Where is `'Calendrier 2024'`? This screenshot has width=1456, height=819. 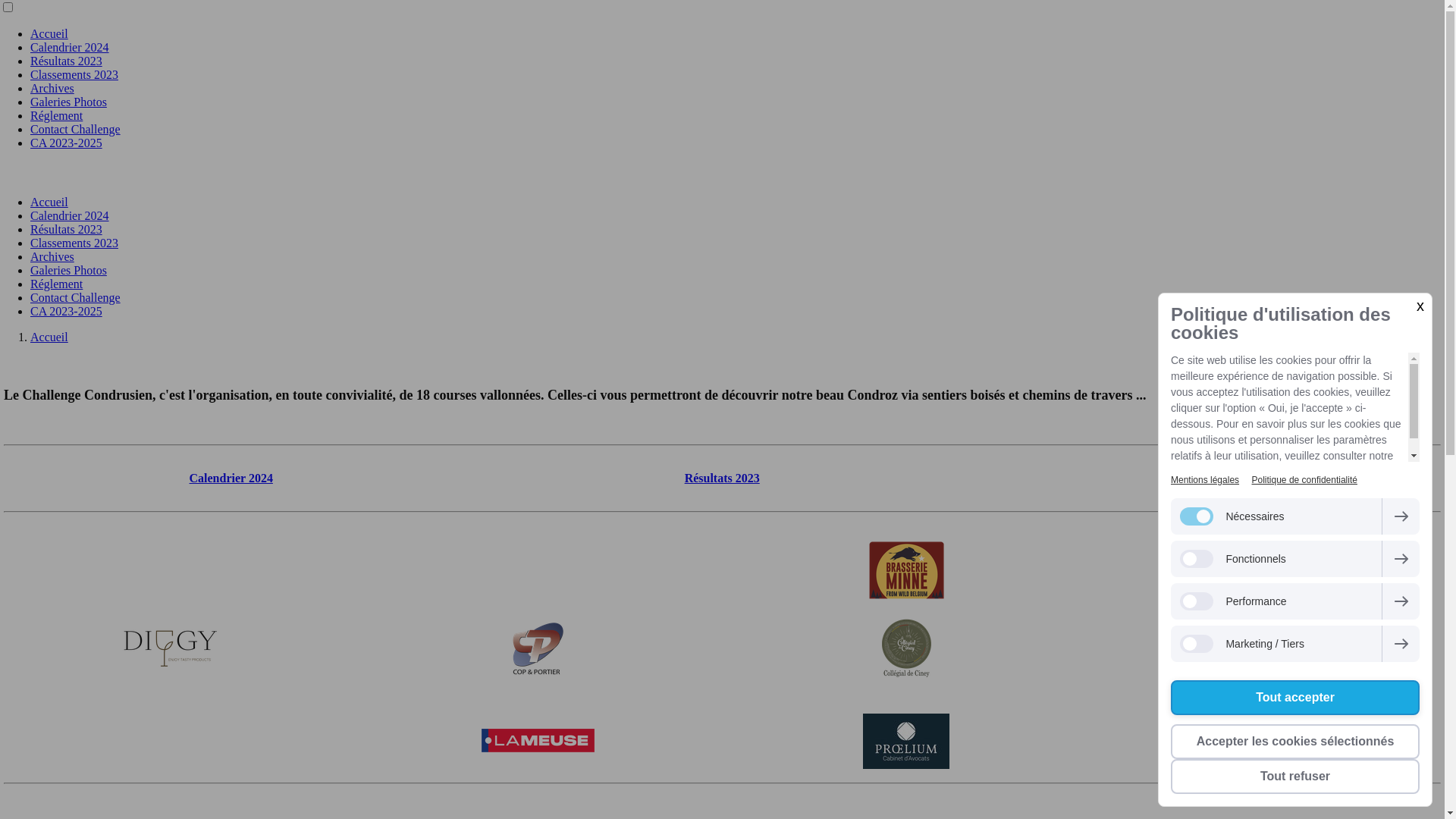
'Calendrier 2024' is located at coordinates (68, 46).